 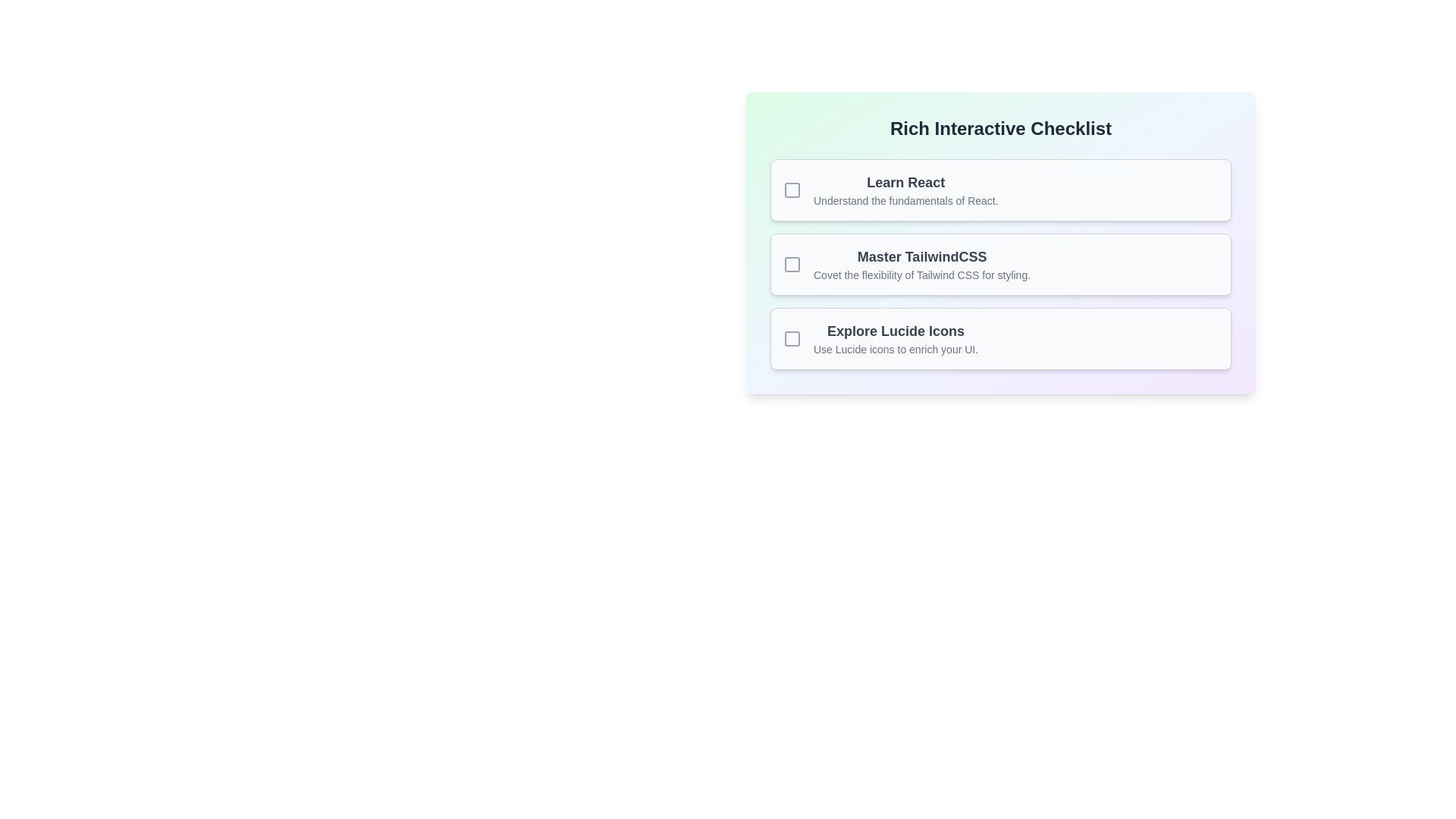 I want to click on the rich text block displaying the title 'Learn React' and subtitle 'Understand the fundamentals of React.' in the Rich Interactive Checklist, so click(x=905, y=189).